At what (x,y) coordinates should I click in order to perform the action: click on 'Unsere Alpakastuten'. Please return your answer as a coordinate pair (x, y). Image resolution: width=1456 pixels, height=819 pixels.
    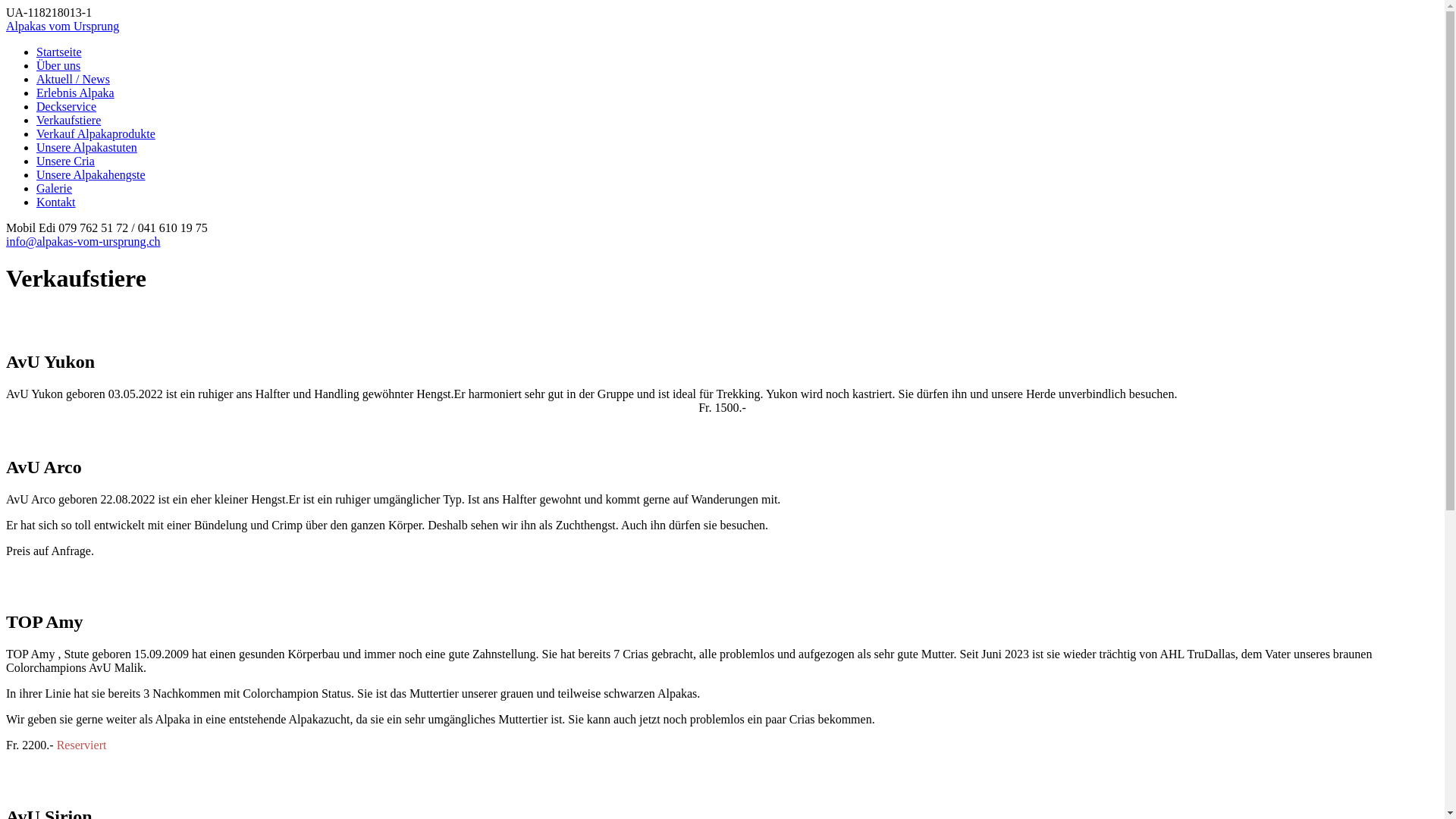
    Looking at the image, I should click on (86, 147).